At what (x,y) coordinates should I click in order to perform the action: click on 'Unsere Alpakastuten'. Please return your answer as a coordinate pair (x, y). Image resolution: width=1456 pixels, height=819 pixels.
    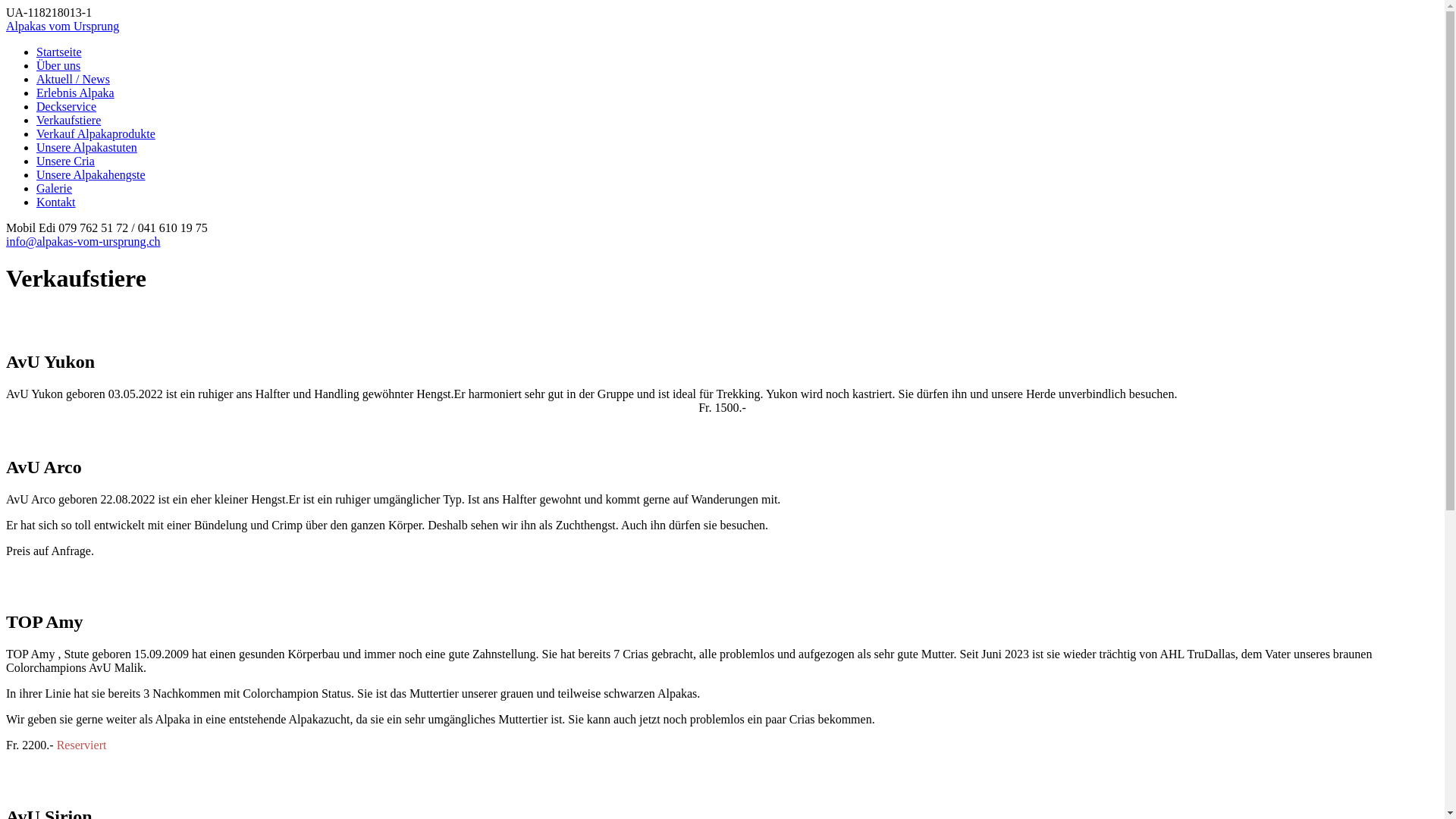
    Looking at the image, I should click on (86, 147).